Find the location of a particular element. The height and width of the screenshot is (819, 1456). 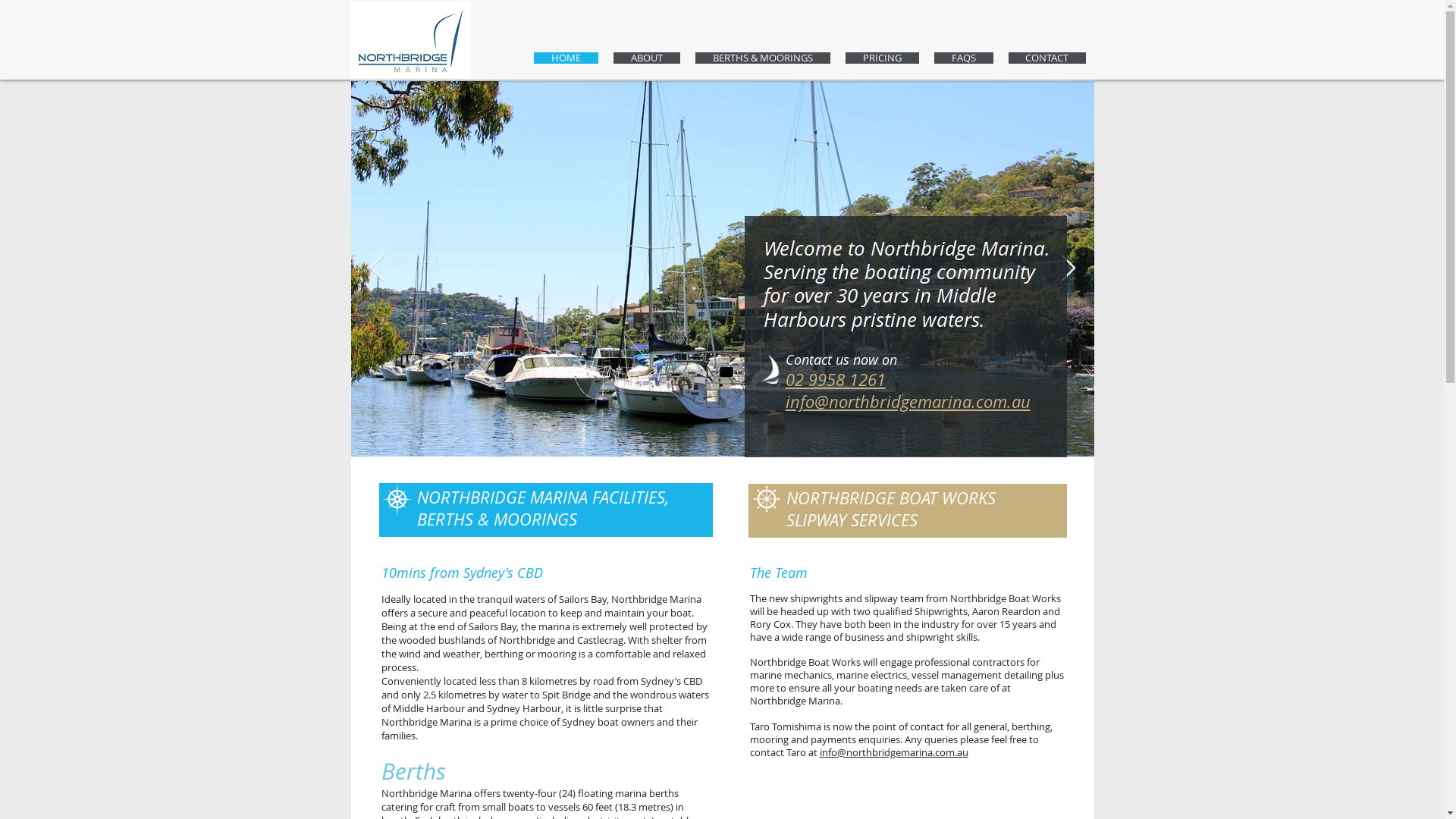

'02 9958 1261' is located at coordinates (835, 378).